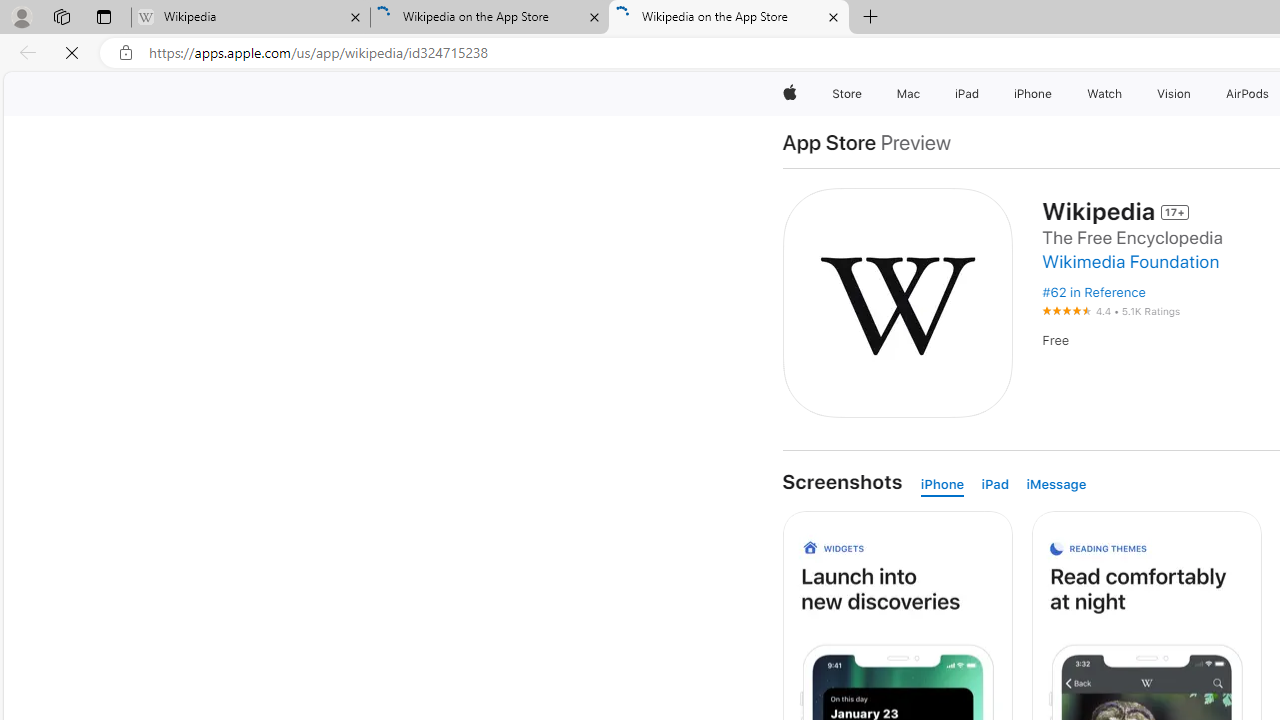  Describe the element at coordinates (788, 93) in the screenshot. I see `'Apple'` at that location.